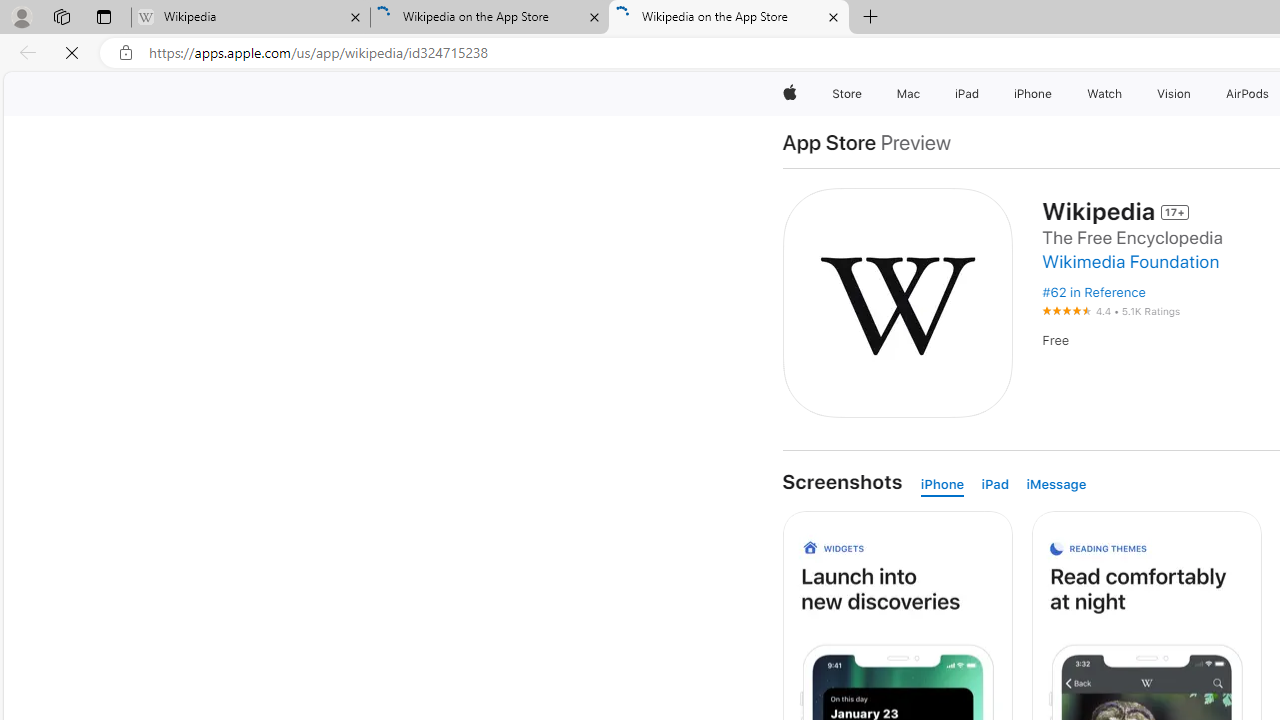  Describe the element at coordinates (788, 93) in the screenshot. I see `'Apple'` at that location.